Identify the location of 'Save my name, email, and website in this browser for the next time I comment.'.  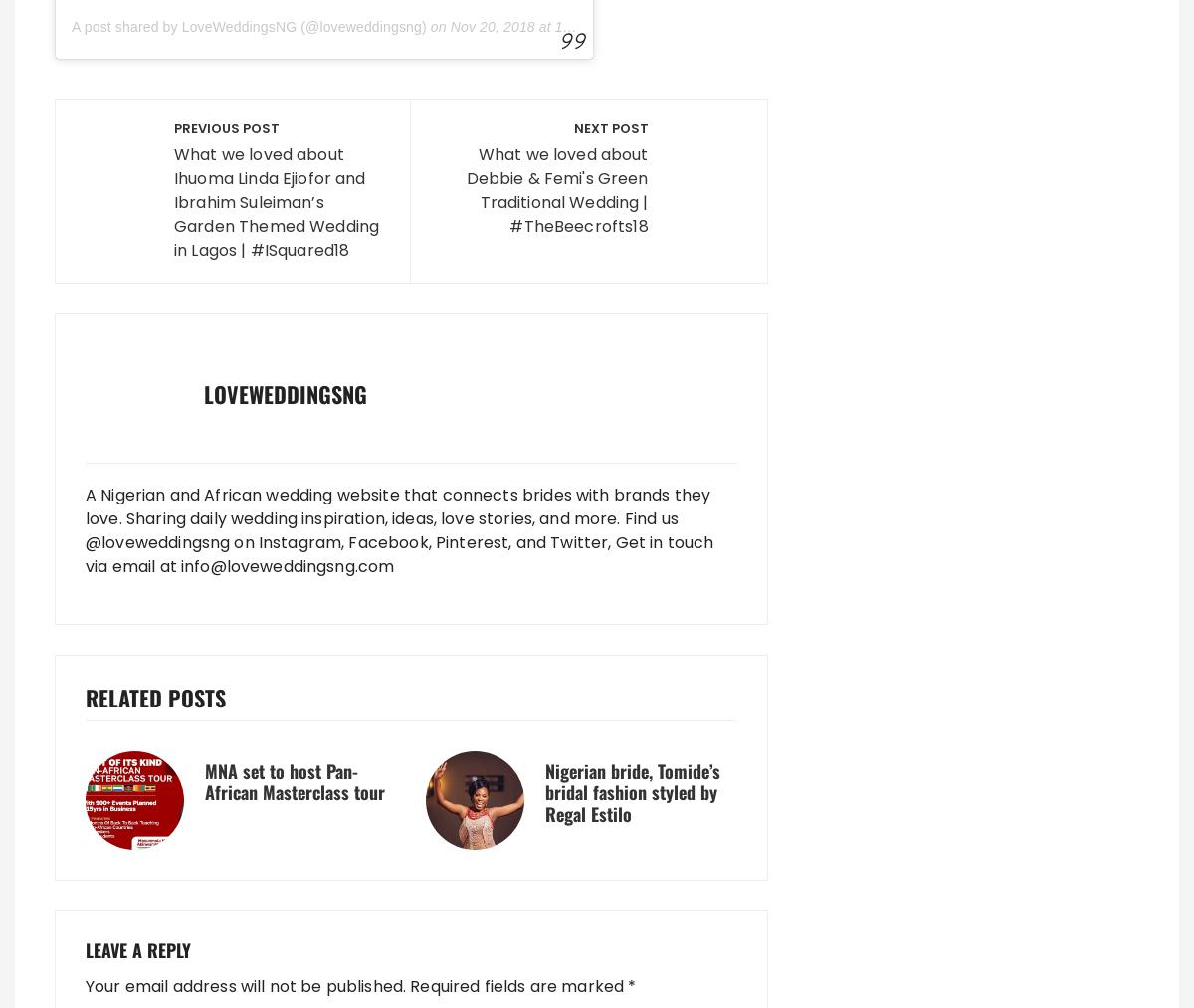
(417, 608).